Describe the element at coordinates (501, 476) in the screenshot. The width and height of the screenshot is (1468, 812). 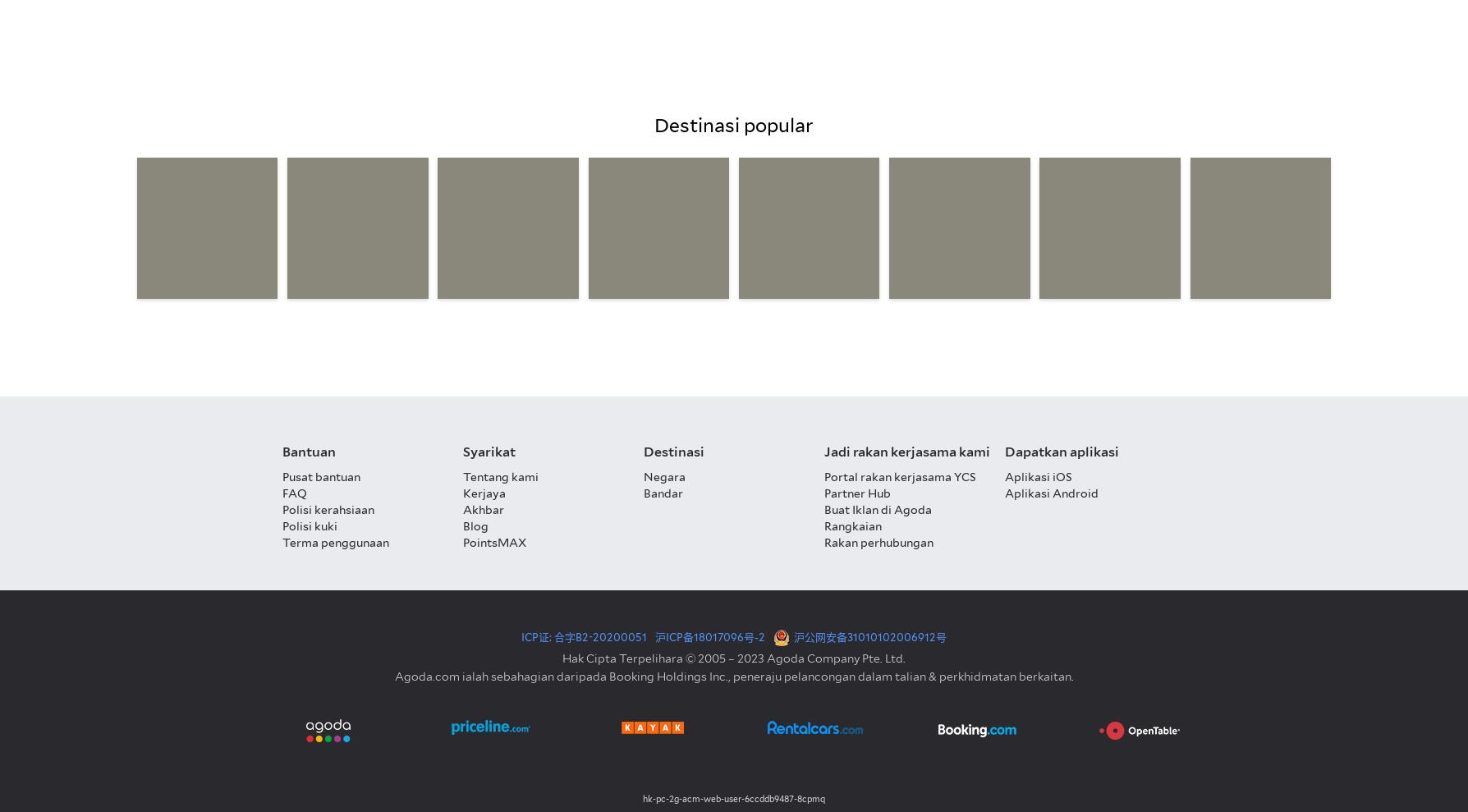
I see `'Tentang kami'` at that location.